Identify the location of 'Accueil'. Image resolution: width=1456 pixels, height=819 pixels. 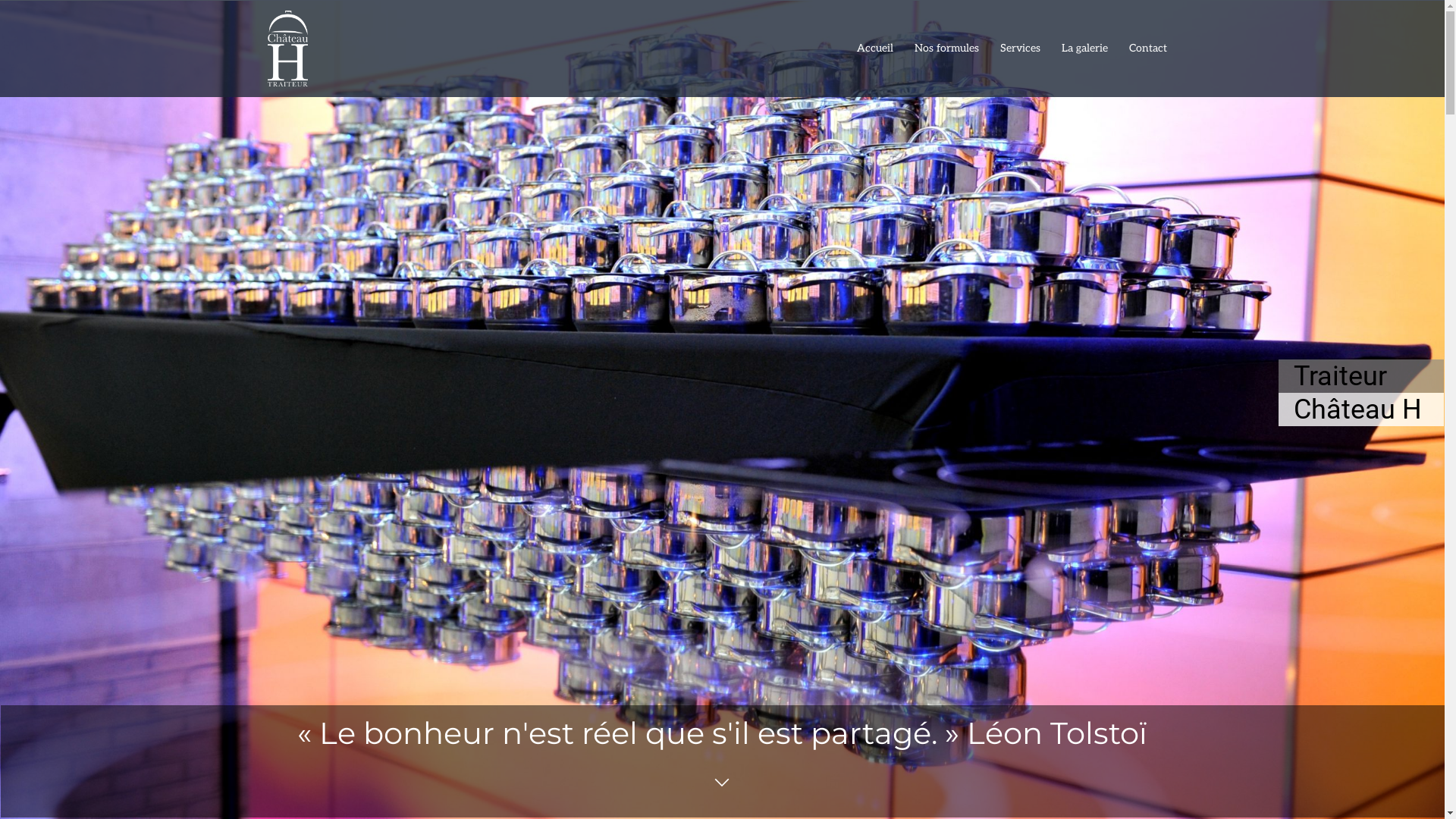
(874, 48).